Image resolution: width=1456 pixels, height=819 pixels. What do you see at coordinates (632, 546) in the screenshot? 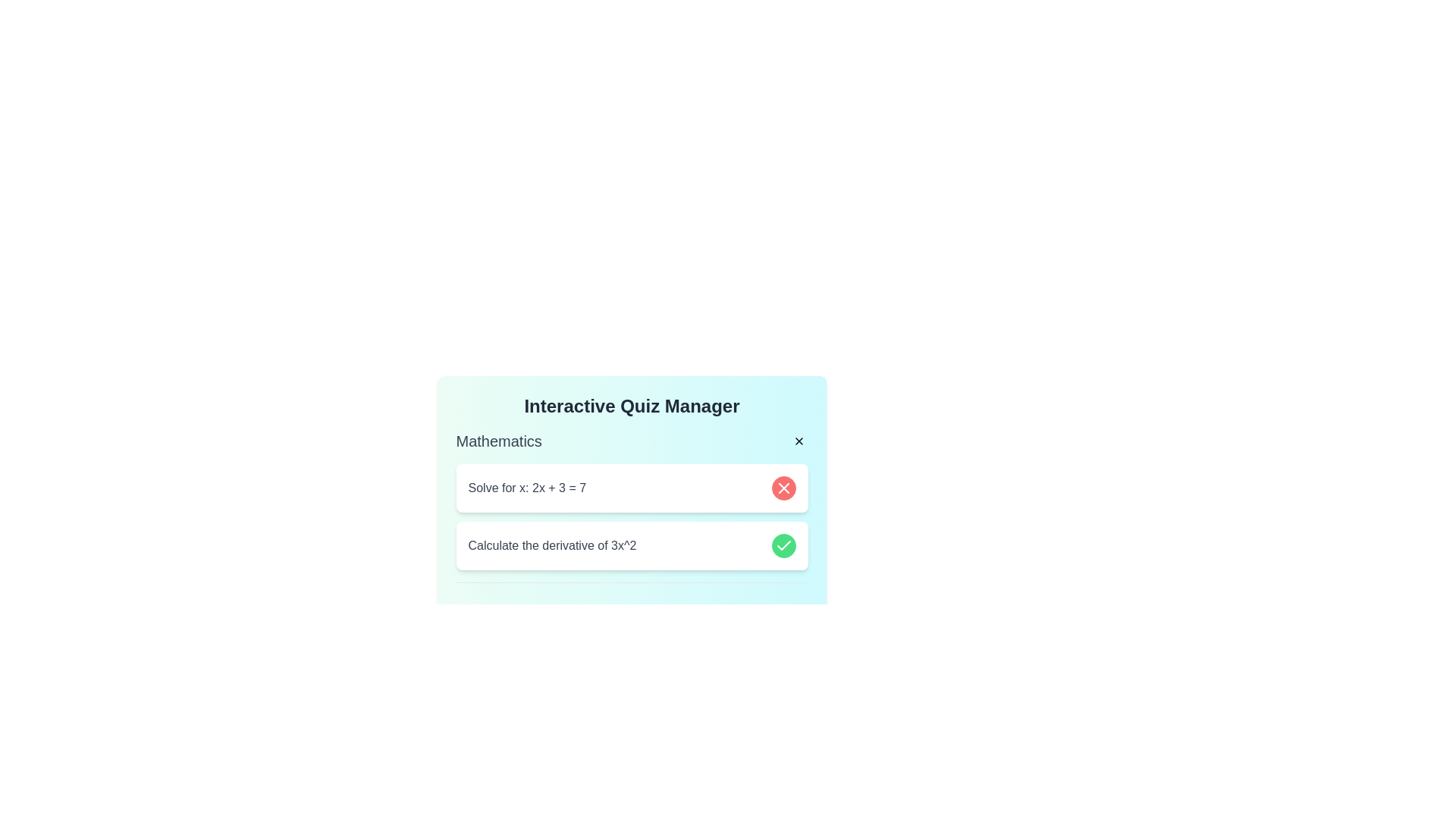
I see `the quiz task prompt asking the user to calculate the derivative of '3x^2'` at bounding box center [632, 546].